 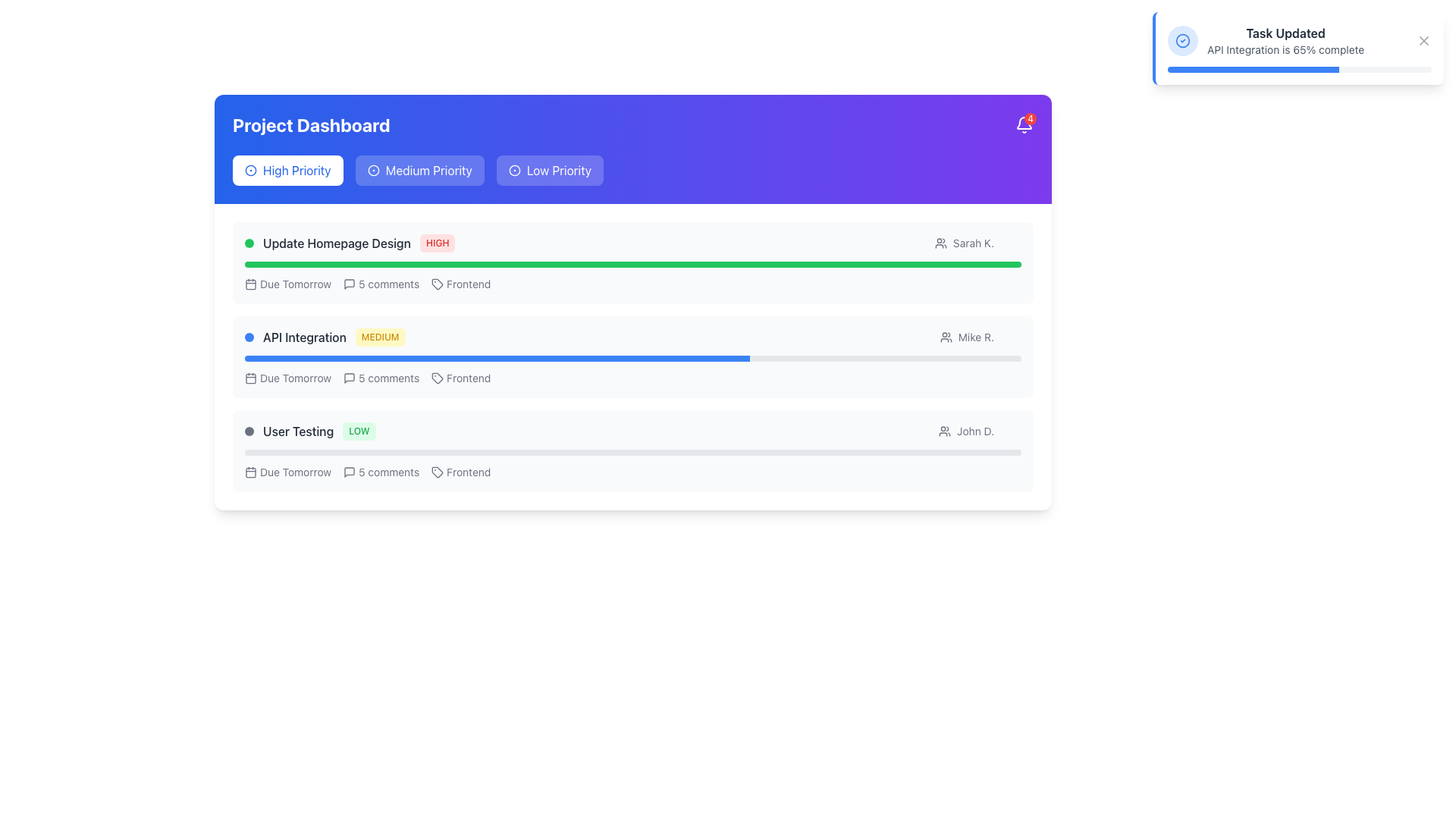 What do you see at coordinates (437, 472) in the screenshot?
I see `the tag icon located to the left of the word 'Frontend' in the footer of the 'API Integration' task section` at bounding box center [437, 472].